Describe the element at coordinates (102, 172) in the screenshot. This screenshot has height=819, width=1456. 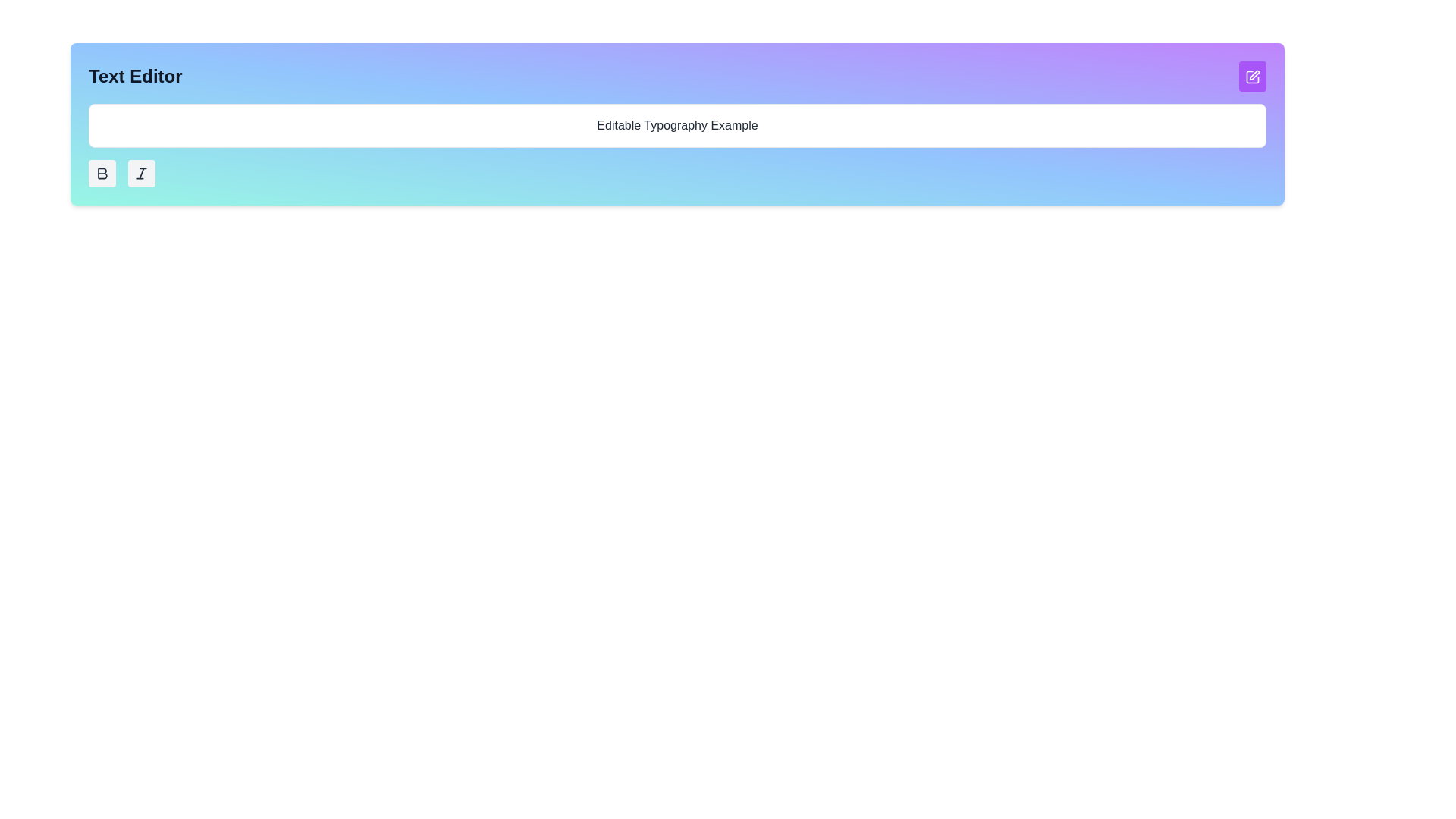
I see `the bold formatting button located on the left side of the text editing toolbar` at that location.